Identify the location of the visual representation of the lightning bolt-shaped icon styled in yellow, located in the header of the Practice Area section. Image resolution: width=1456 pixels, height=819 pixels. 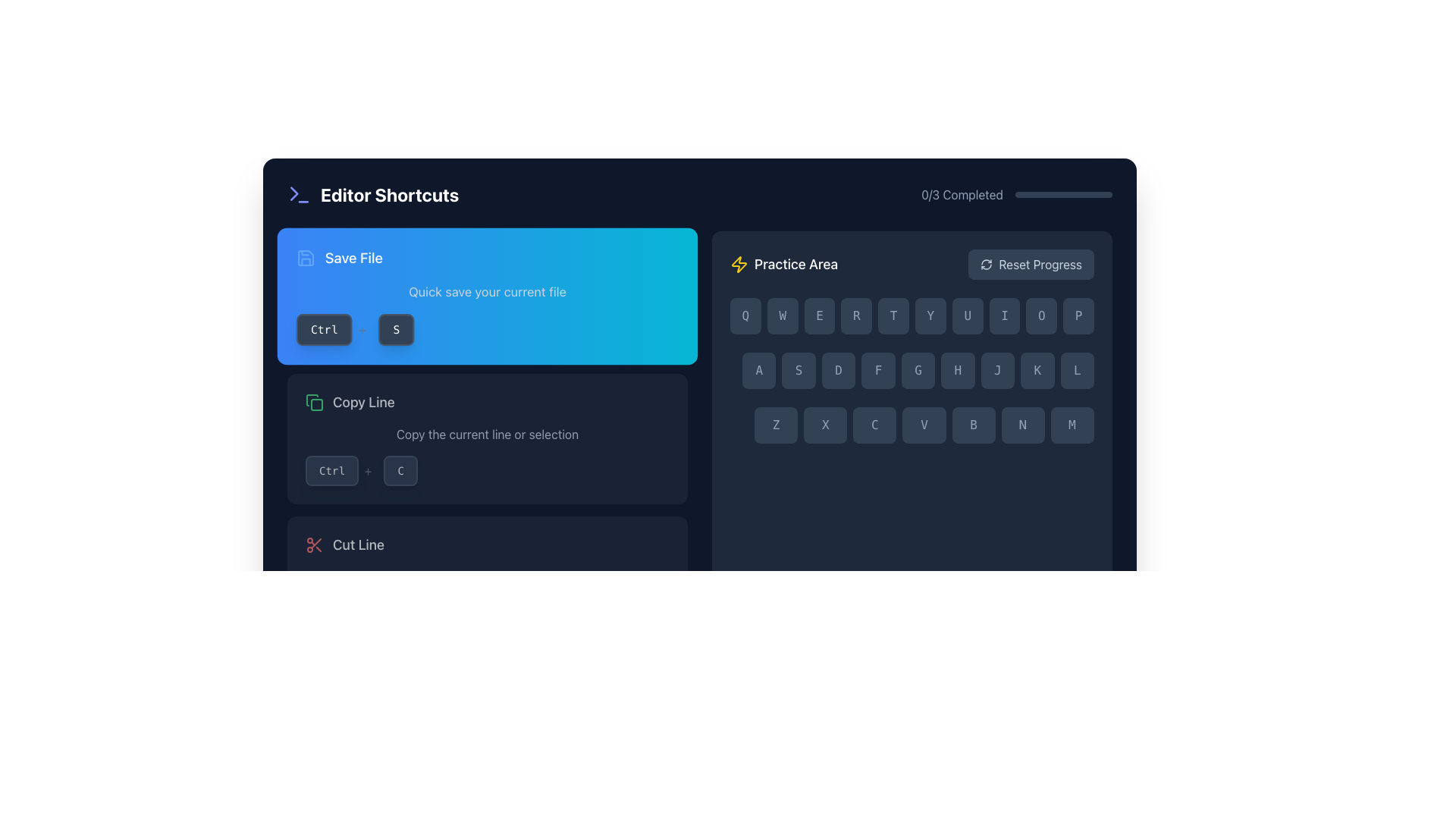
(739, 263).